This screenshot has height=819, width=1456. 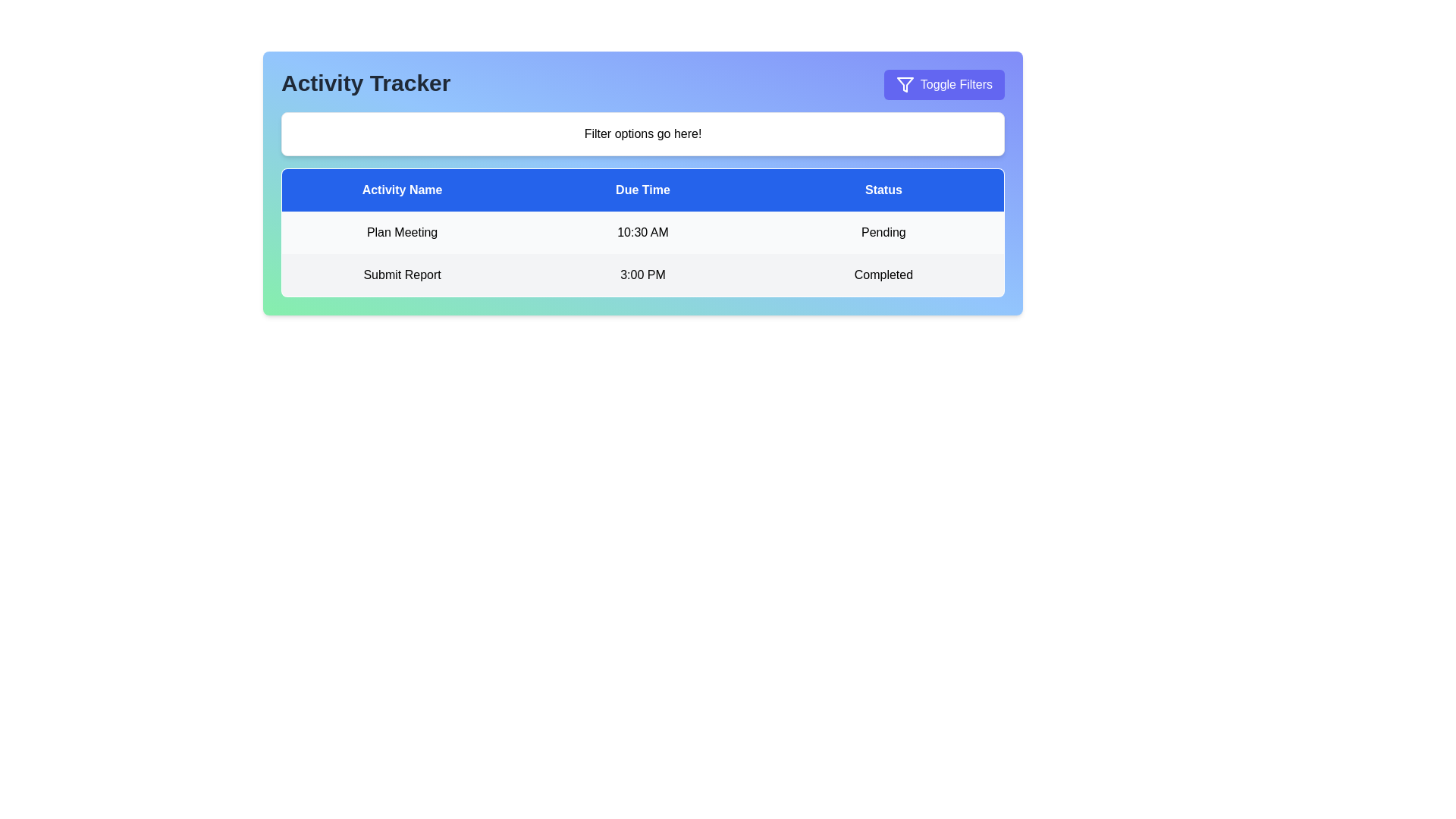 I want to click on the 'Toggle Filters' button which contains the triangular funnel icon outlined in white against a purple background, so click(x=905, y=84).